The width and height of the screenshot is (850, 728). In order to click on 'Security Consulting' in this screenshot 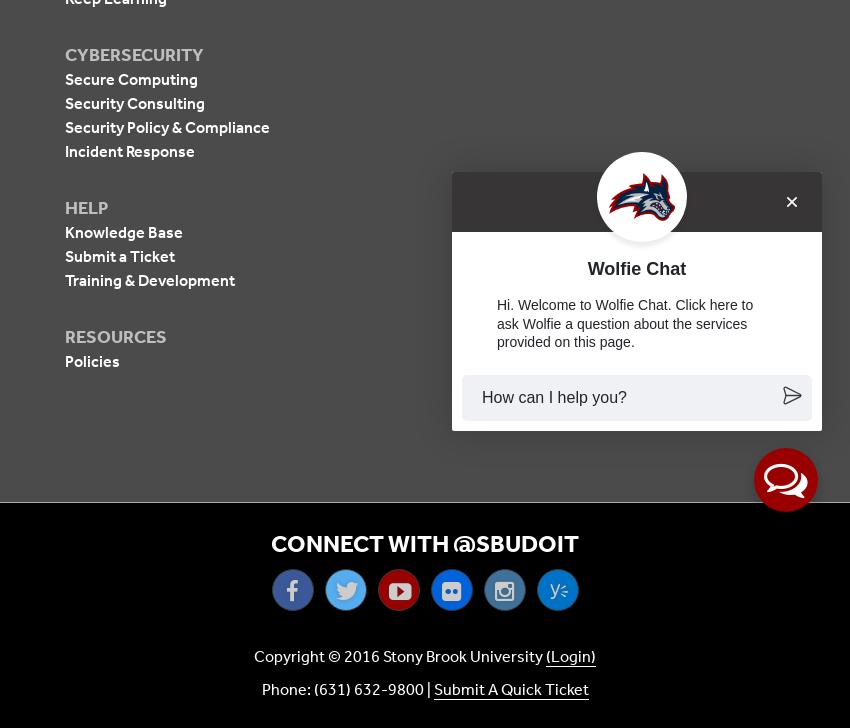, I will do `click(65, 102)`.